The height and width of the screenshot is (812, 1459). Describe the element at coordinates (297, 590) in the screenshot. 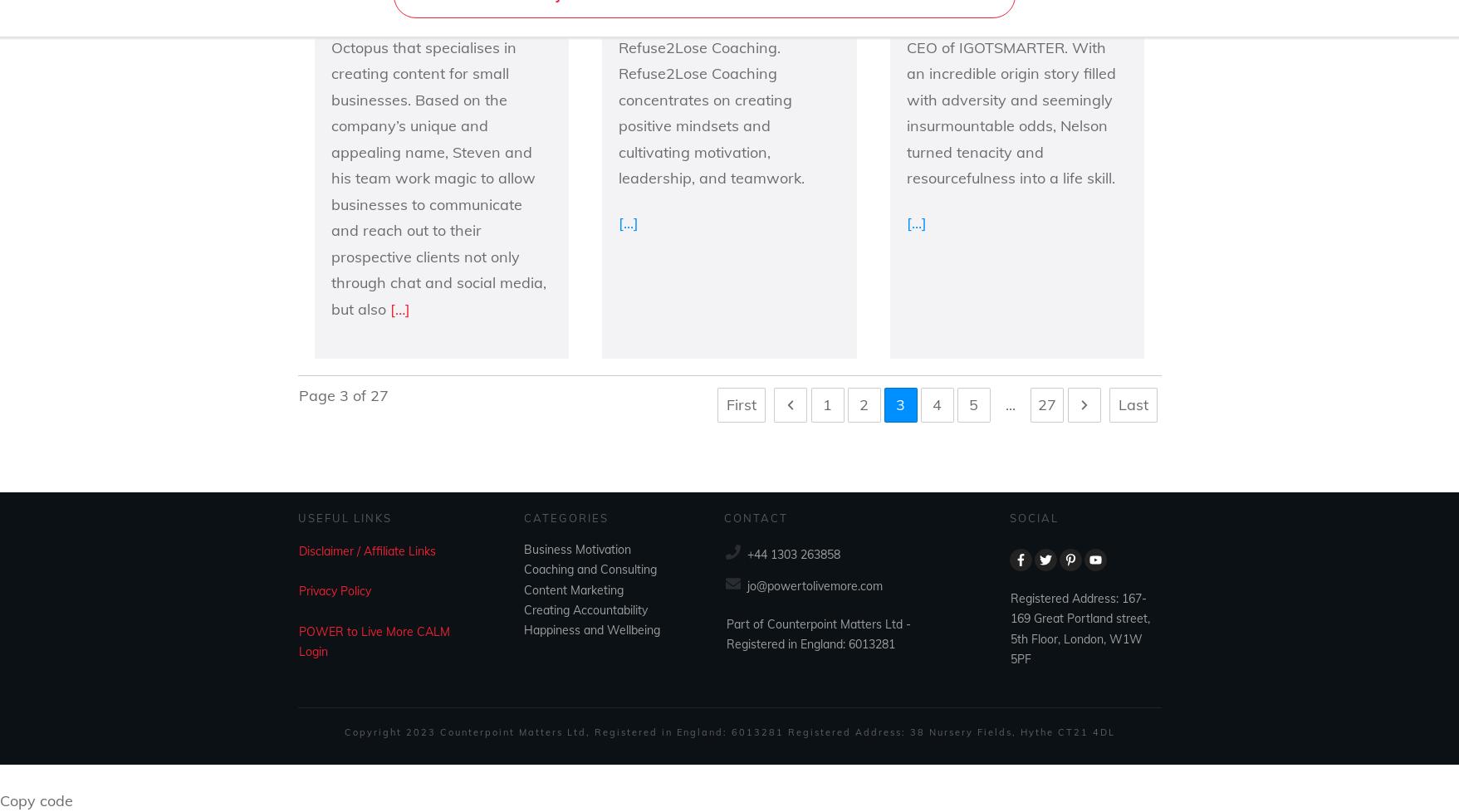

I see `'Privacy Policy'` at that location.